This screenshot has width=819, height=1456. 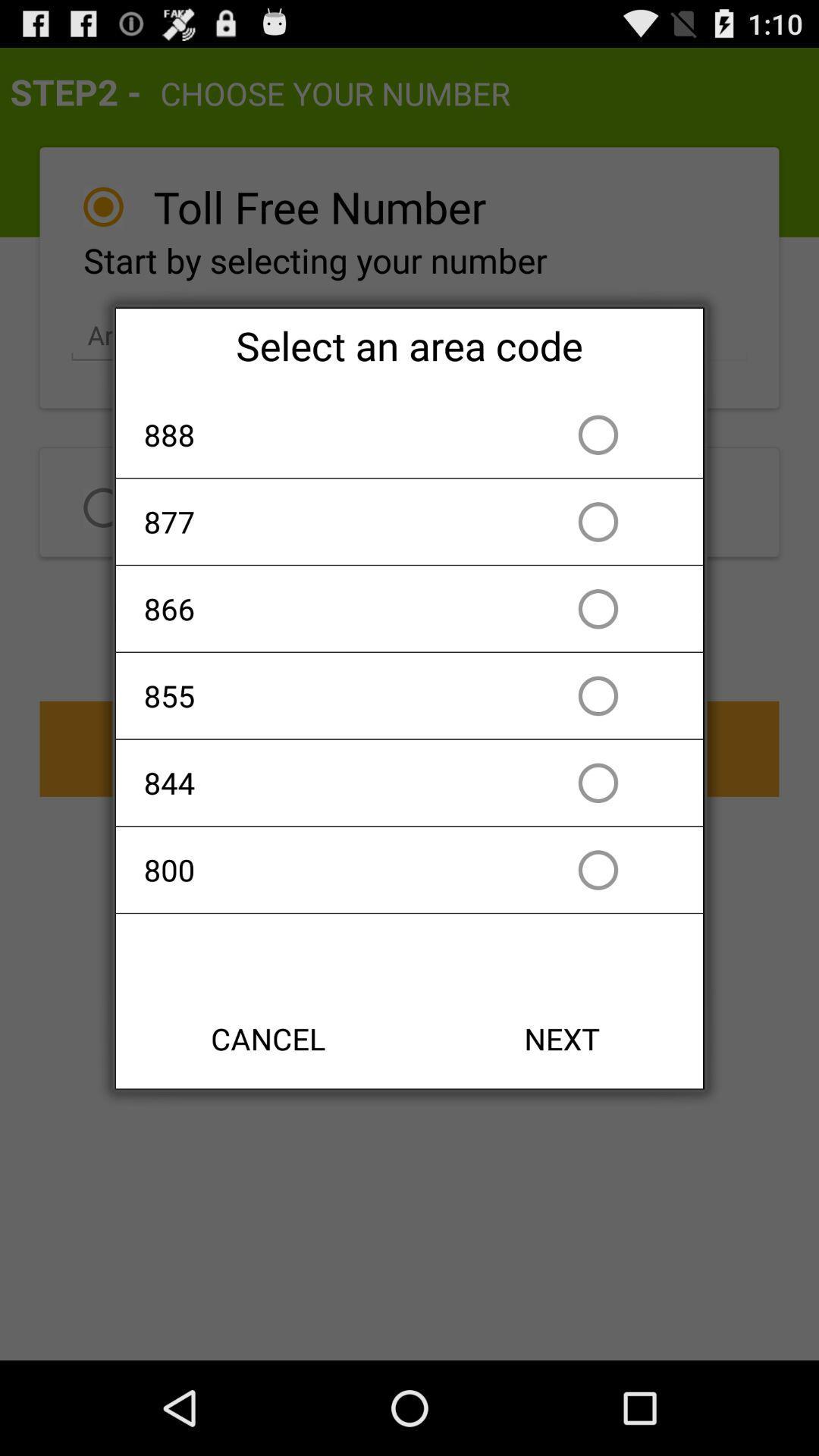 What do you see at coordinates (562, 1037) in the screenshot?
I see `the next item` at bounding box center [562, 1037].